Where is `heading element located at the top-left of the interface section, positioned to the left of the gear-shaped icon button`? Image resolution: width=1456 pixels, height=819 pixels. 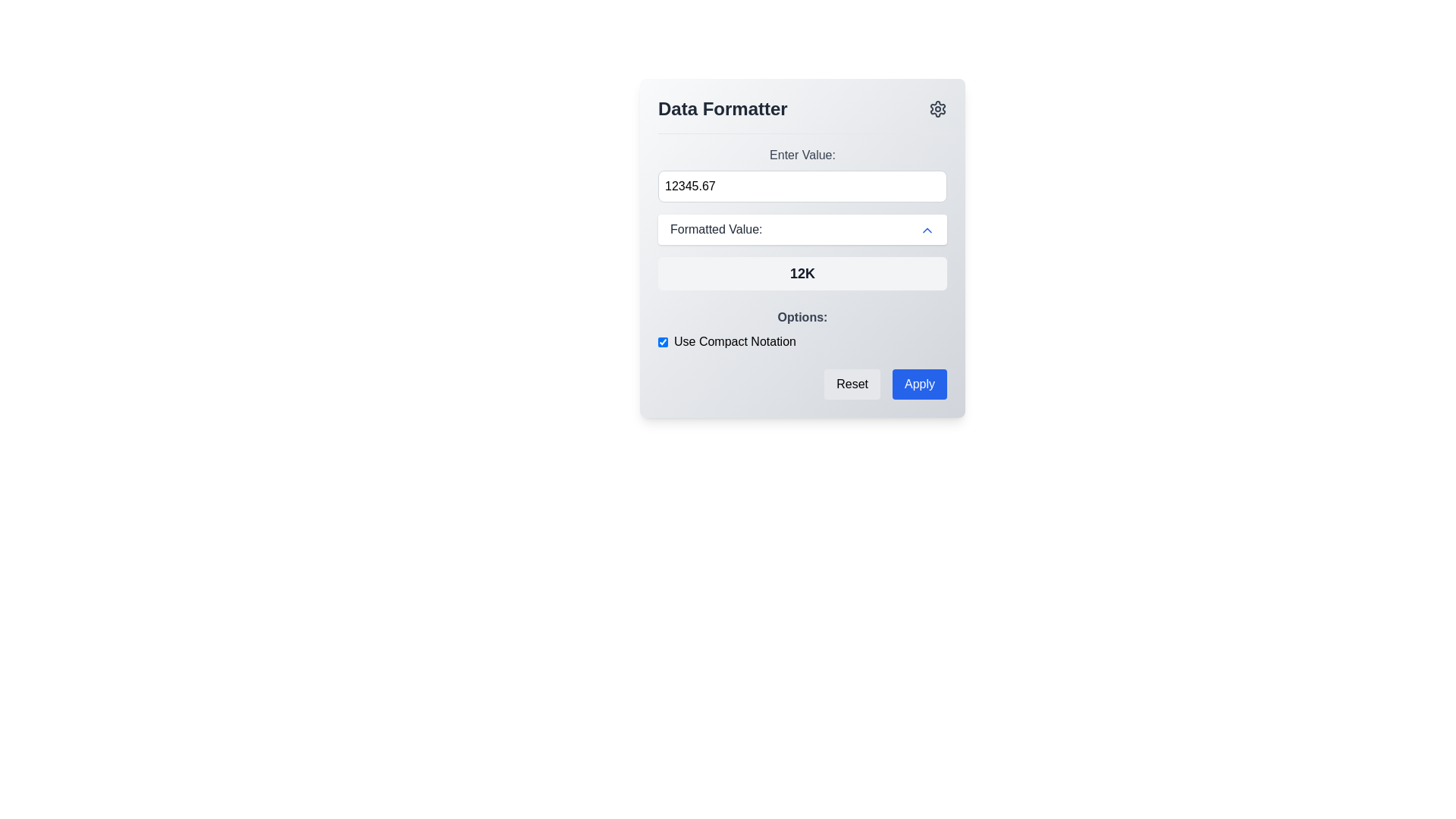
heading element located at the top-left of the interface section, positioned to the left of the gear-shaped icon button is located at coordinates (722, 108).